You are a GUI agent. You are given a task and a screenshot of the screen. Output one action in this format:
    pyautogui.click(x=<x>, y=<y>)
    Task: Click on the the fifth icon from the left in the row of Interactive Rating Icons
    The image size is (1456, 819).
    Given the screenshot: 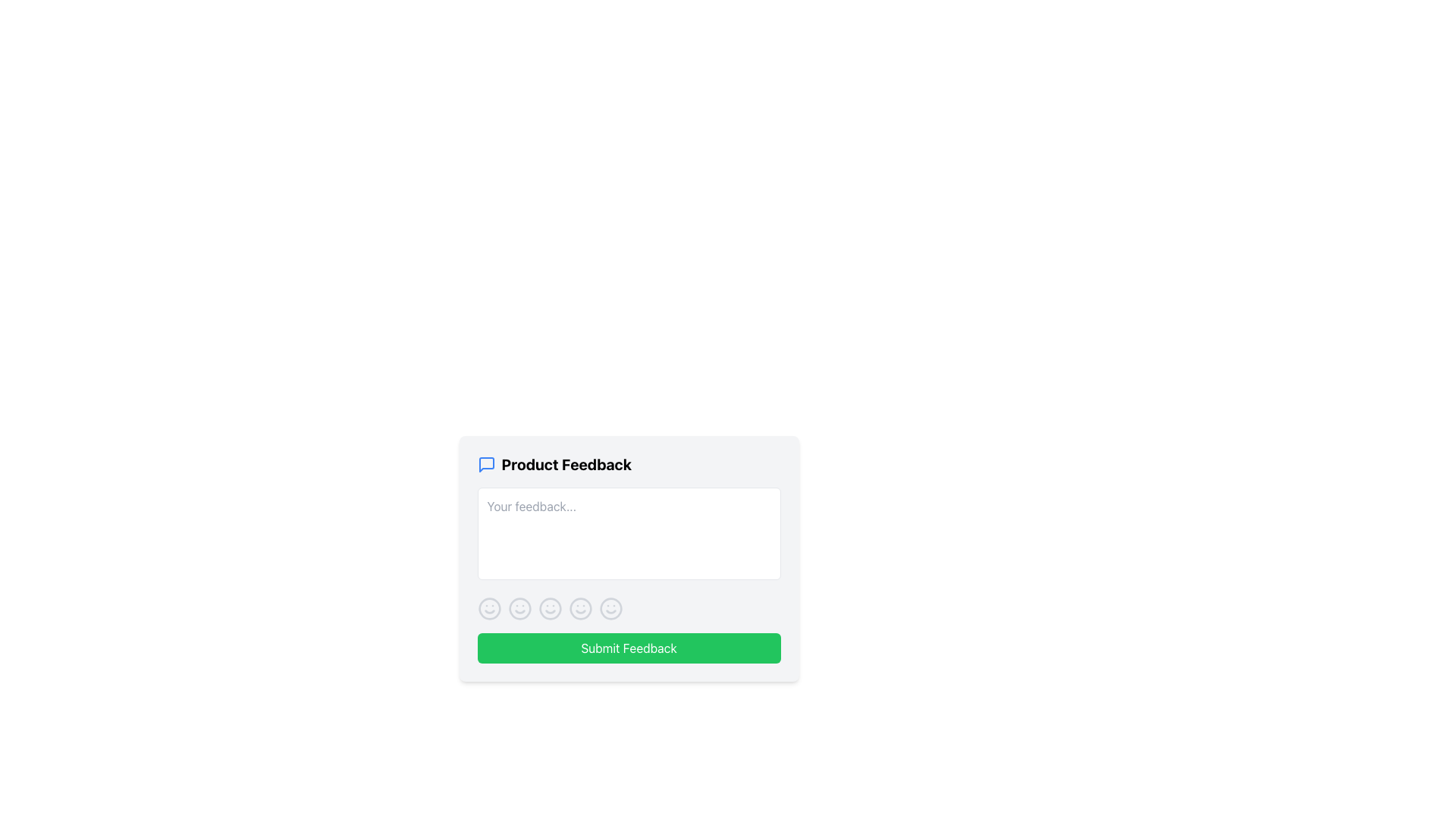 What is the action you would take?
    pyautogui.click(x=610, y=607)
    